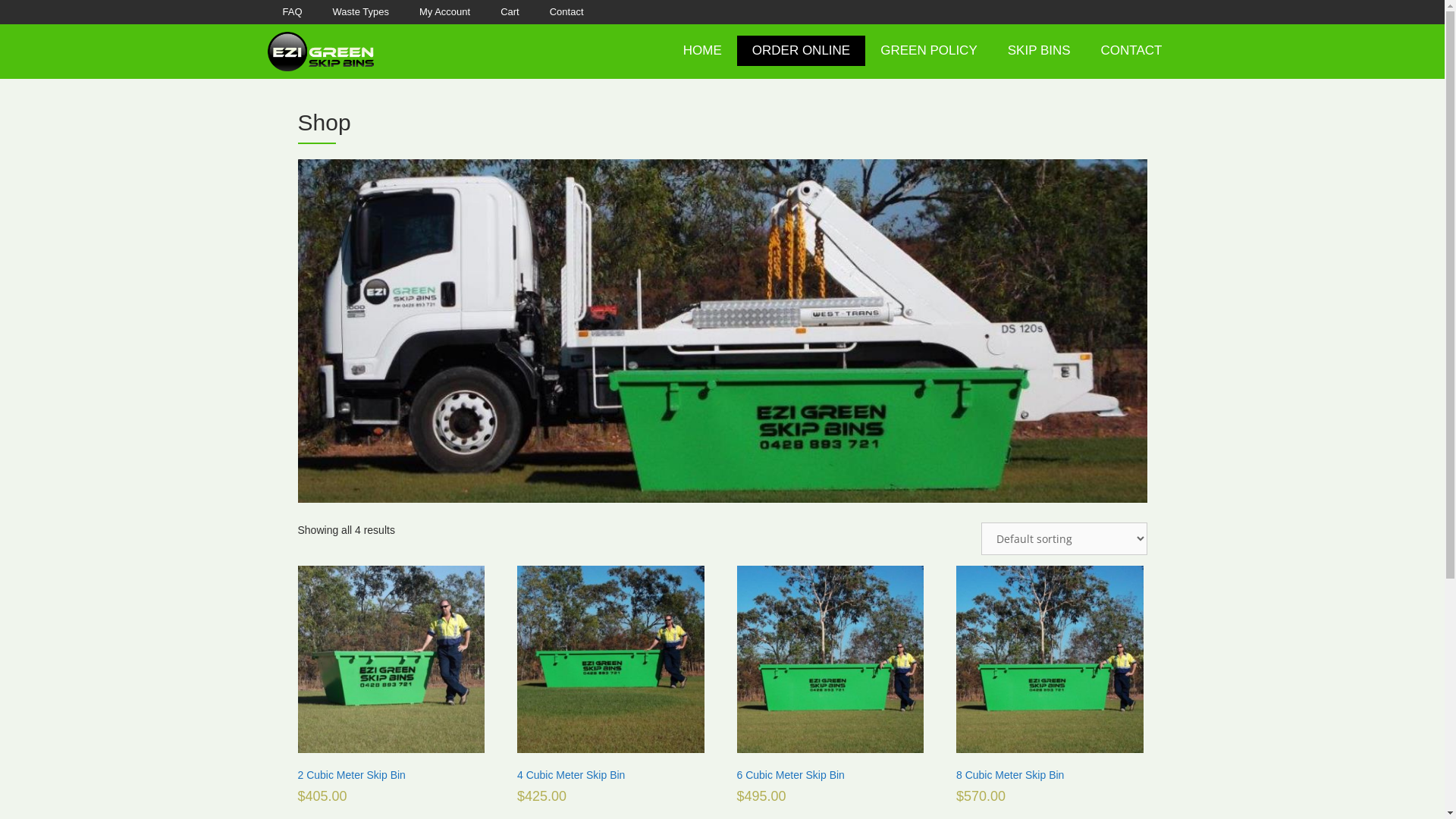  Describe the element at coordinates (319, 49) in the screenshot. I see `'Ezi Green Skip Bins'` at that location.